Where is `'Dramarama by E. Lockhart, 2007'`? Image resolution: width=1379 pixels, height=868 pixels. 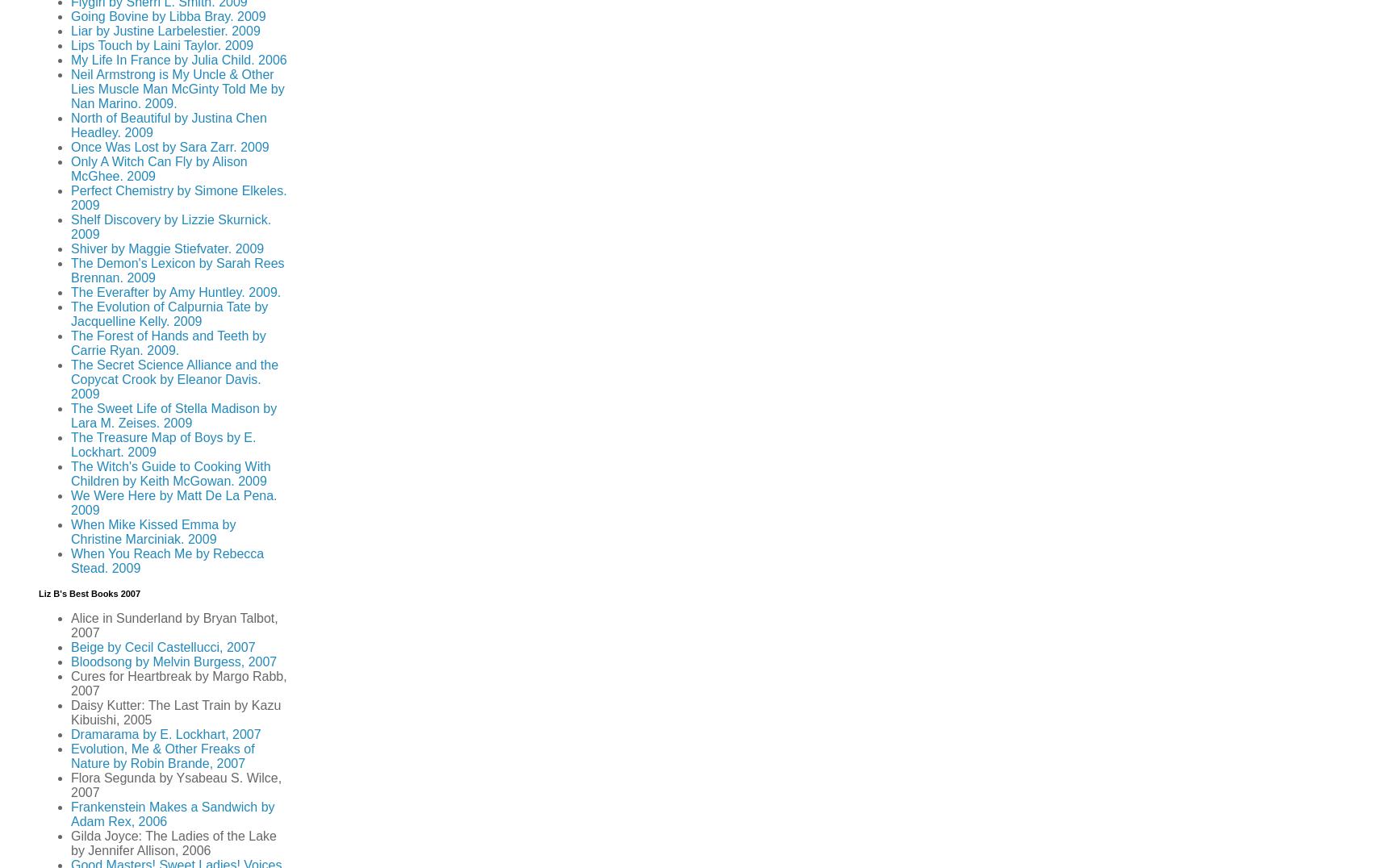
'Dramarama by E. Lockhart, 2007' is located at coordinates (165, 733).